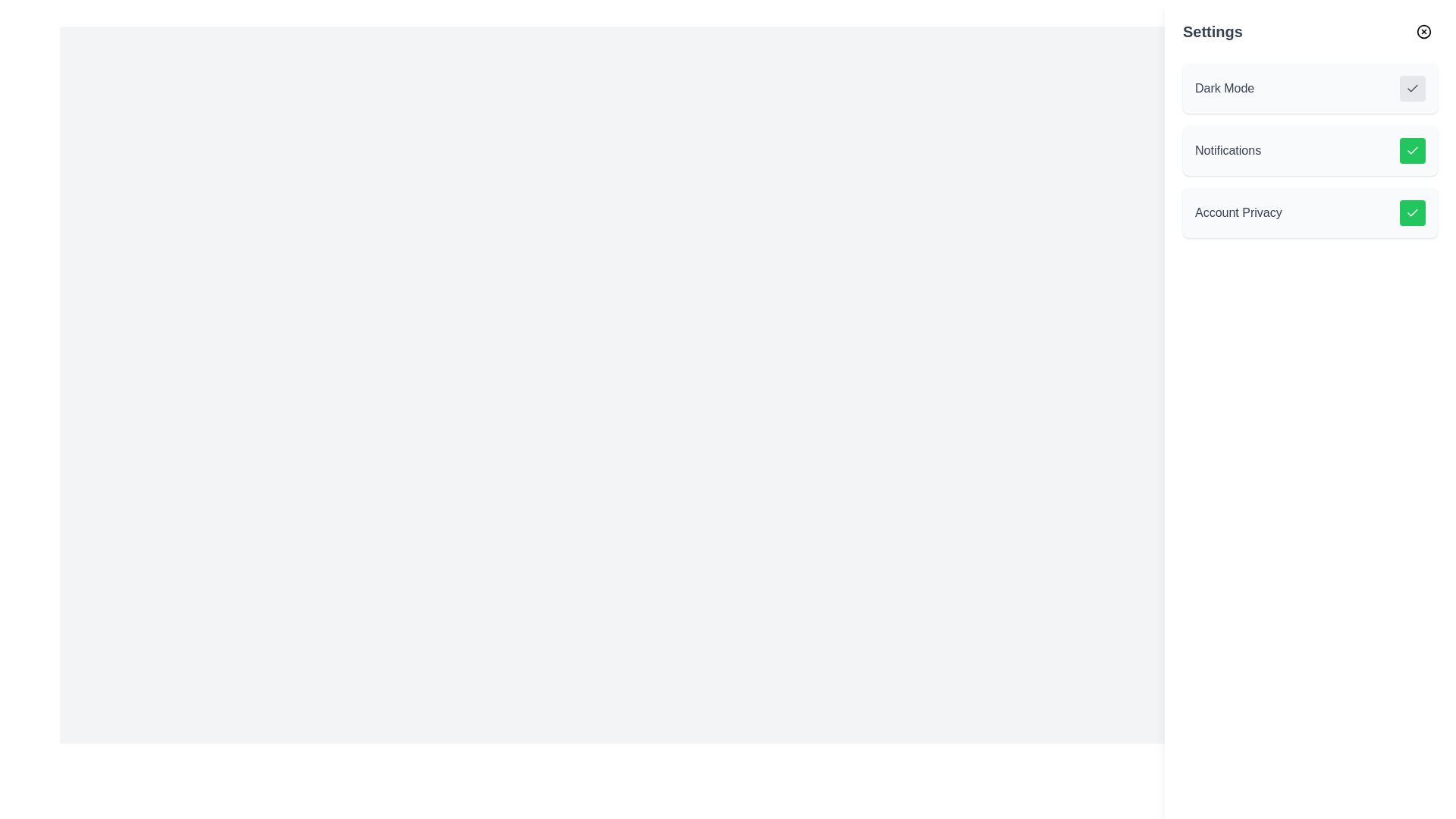 Image resolution: width=1456 pixels, height=819 pixels. I want to click on the checkmark icon indicating that the 'Notifications' setting is currently enabled, located between the 'Dark Mode' and 'Account Privacy' rows in the settings panel, so click(1411, 151).